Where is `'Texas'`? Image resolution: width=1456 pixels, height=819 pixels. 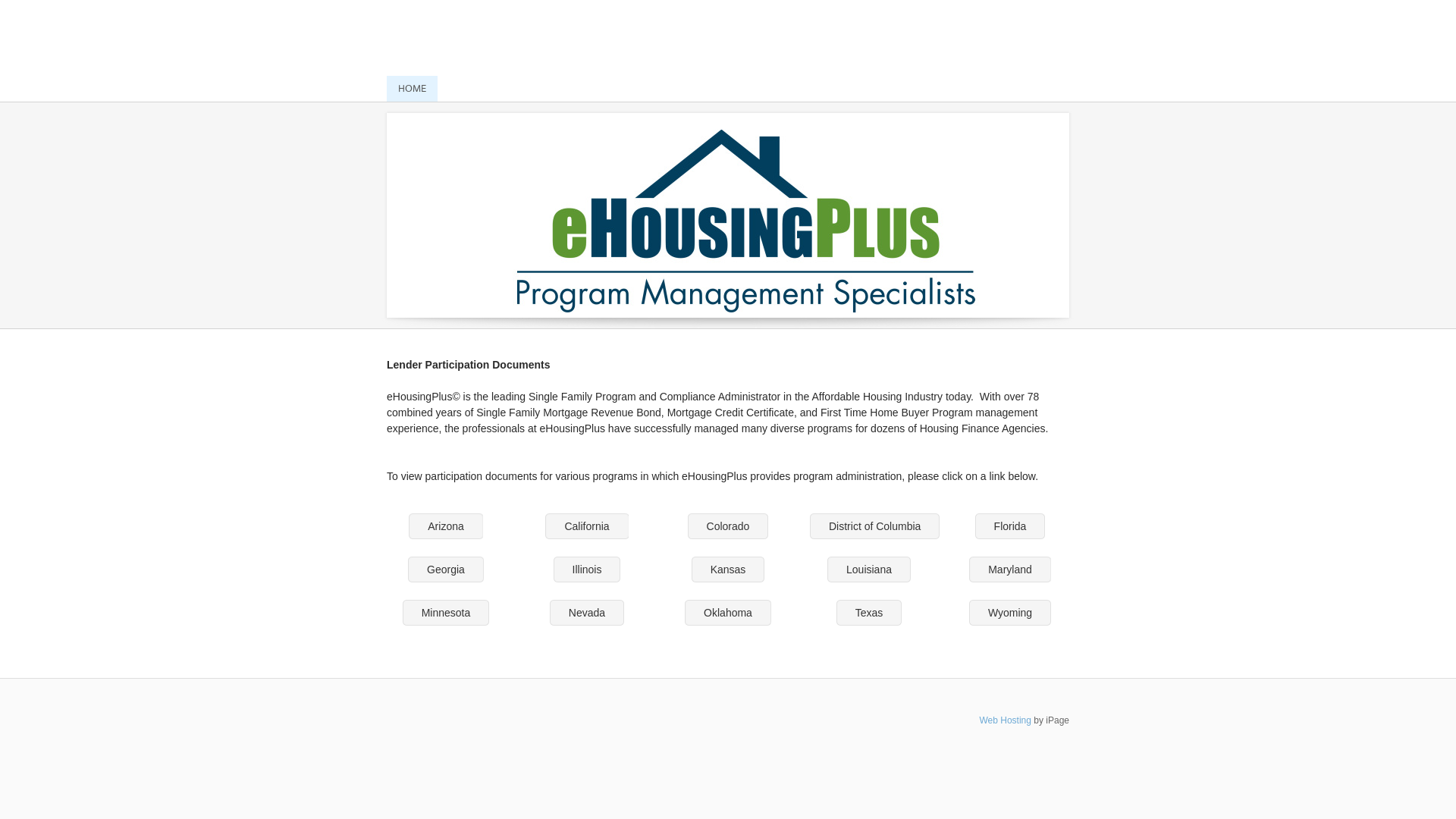 'Texas' is located at coordinates (836, 611).